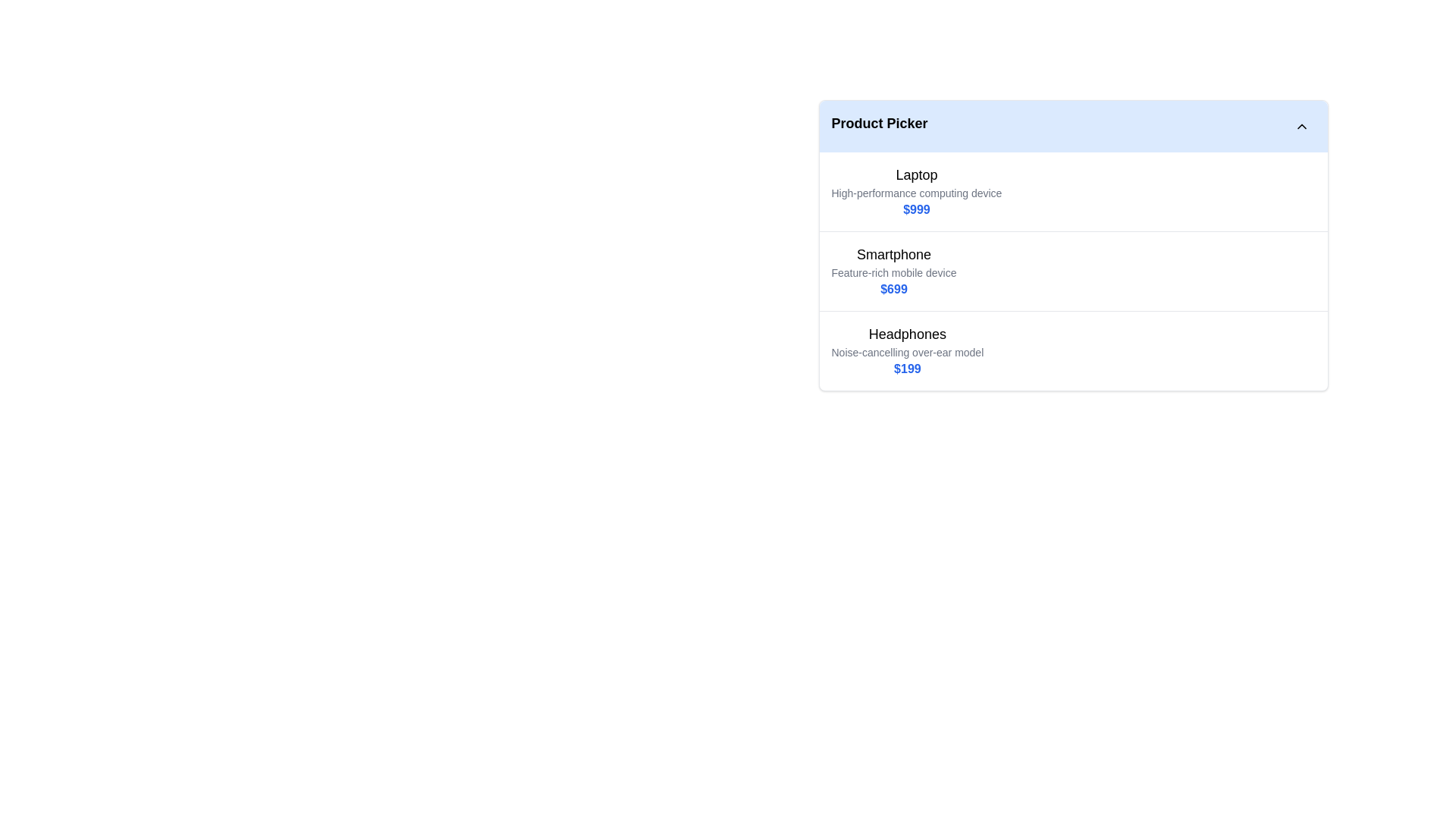 The width and height of the screenshot is (1456, 819). What do you see at coordinates (907, 369) in the screenshot?
I see `the price text label displaying the cost of the Headphones product, located in the 'Product Picker' interface under the 'Headphones' section` at bounding box center [907, 369].